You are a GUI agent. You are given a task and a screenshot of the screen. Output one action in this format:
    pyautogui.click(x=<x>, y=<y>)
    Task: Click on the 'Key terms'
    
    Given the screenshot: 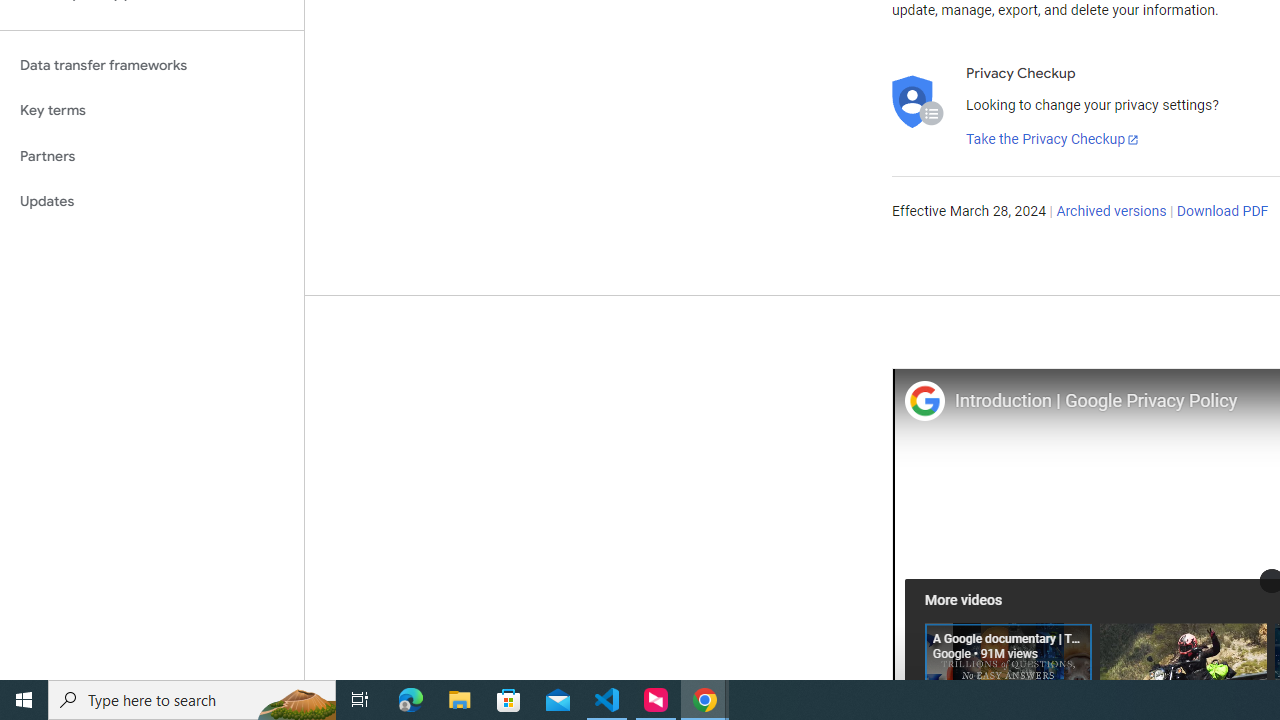 What is the action you would take?
    pyautogui.click(x=151, y=110)
    